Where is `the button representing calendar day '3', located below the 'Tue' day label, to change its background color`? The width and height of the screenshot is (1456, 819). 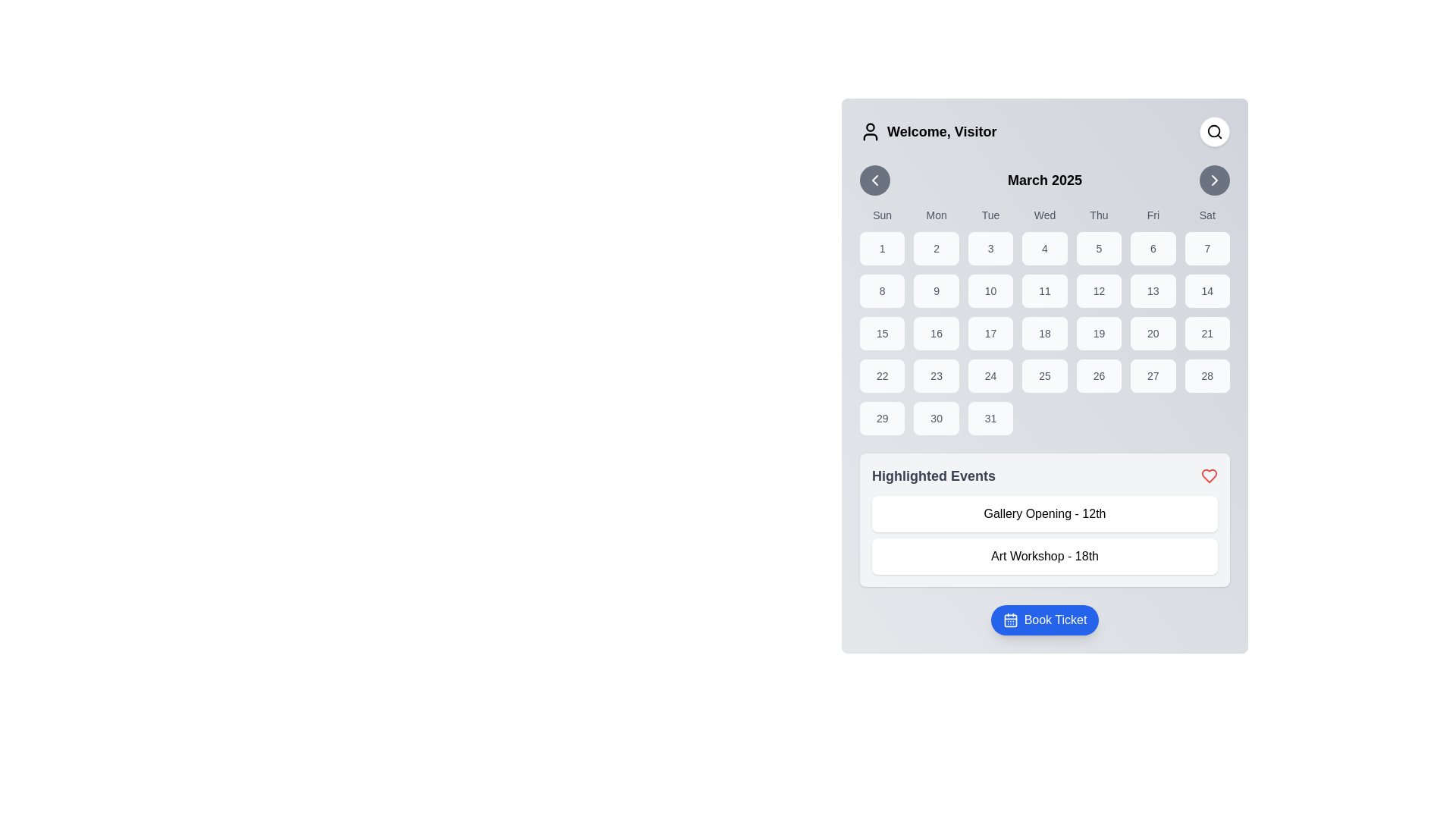
the button representing calendar day '3', located below the 'Tue' day label, to change its background color is located at coordinates (990, 247).